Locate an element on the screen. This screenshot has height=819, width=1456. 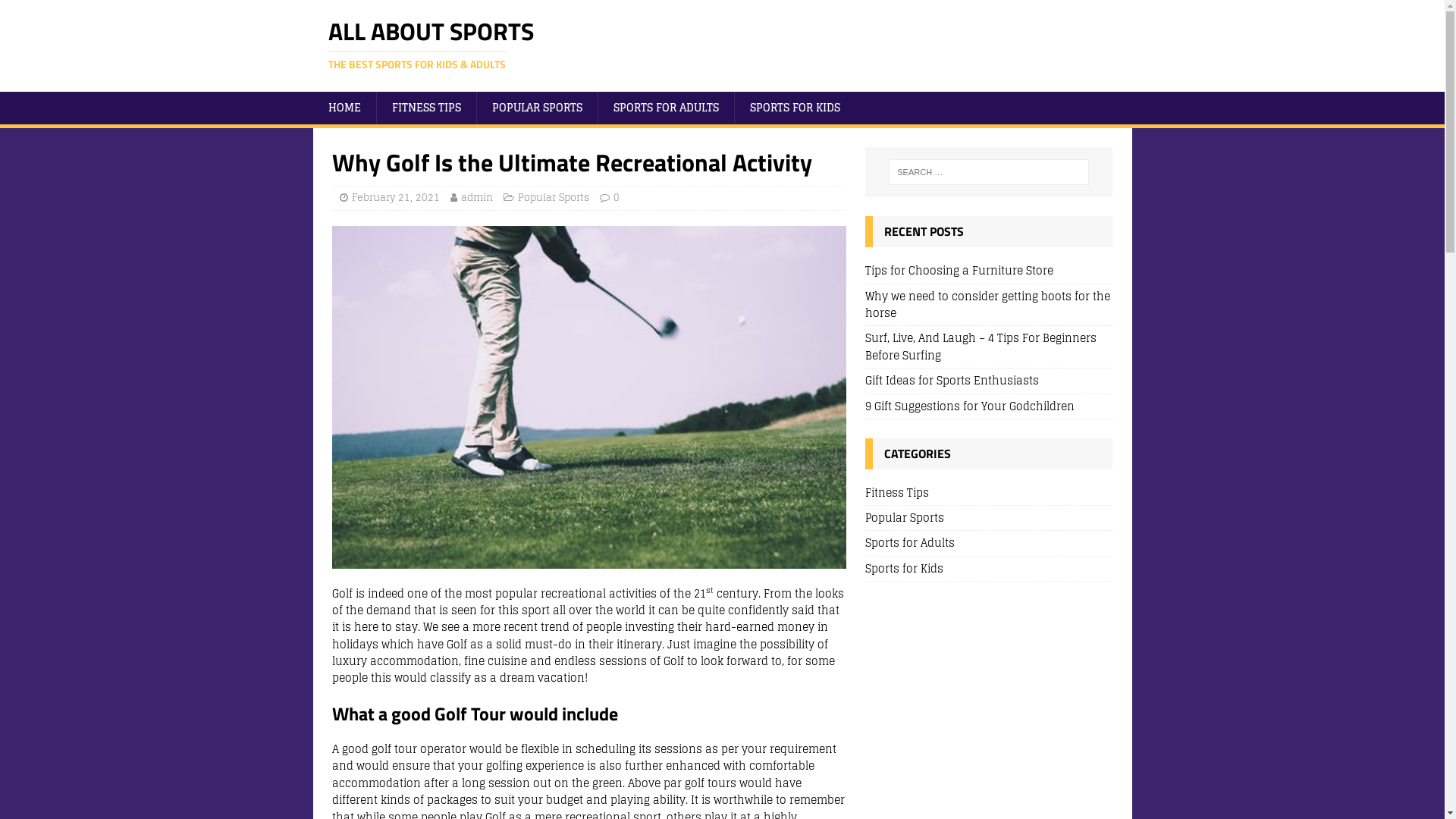
'ALL ABOUT SPORTS is located at coordinates (720, 45).